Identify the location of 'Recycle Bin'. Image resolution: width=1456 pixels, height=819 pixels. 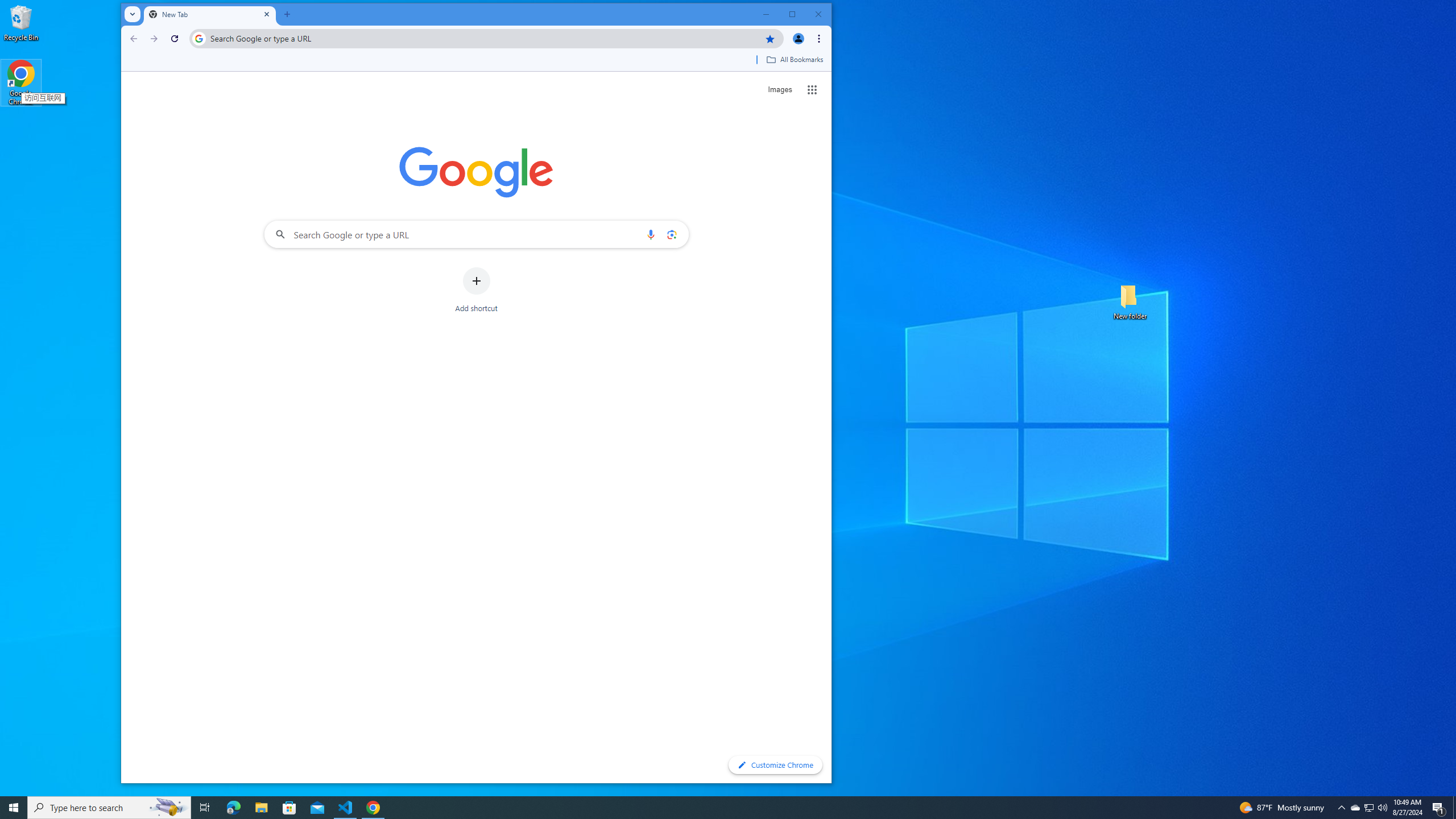
(20, 22).